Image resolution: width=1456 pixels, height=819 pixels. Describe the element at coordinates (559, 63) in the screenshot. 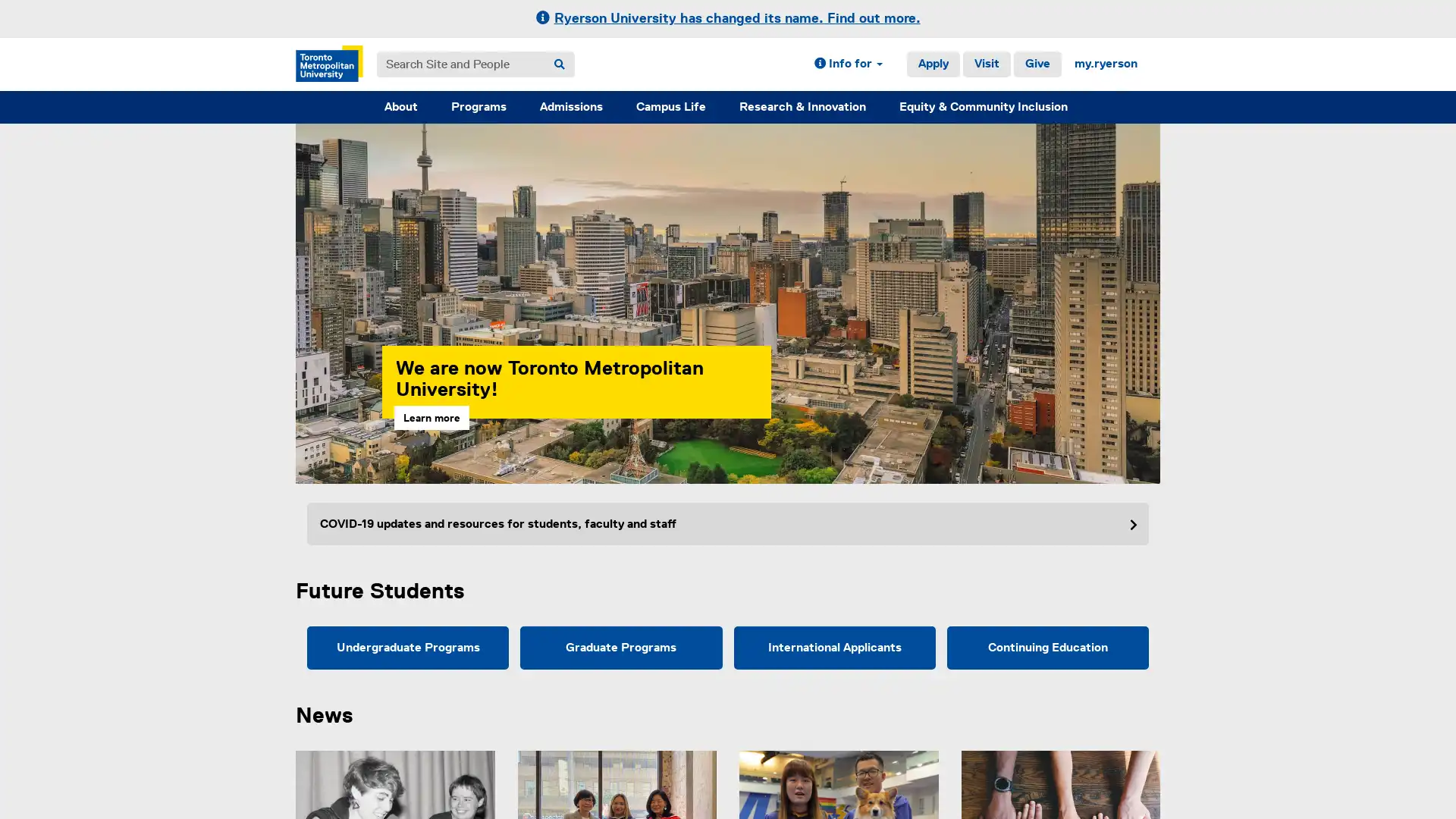

I see `Search` at that location.